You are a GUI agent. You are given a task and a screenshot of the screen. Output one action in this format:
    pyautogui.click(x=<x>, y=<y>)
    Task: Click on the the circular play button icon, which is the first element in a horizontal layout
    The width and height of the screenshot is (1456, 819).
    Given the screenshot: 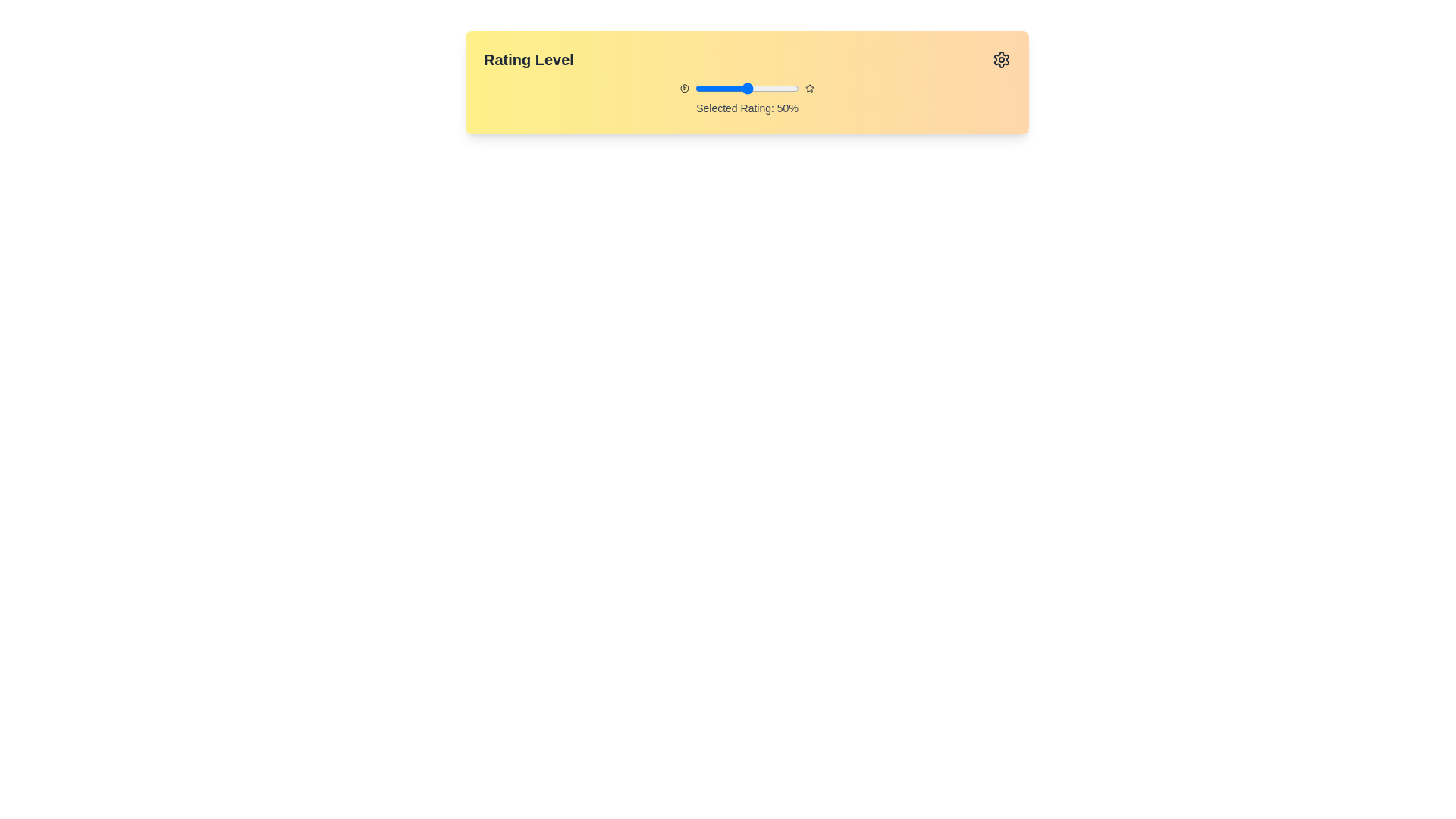 What is the action you would take?
    pyautogui.click(x=684, y=88)
    